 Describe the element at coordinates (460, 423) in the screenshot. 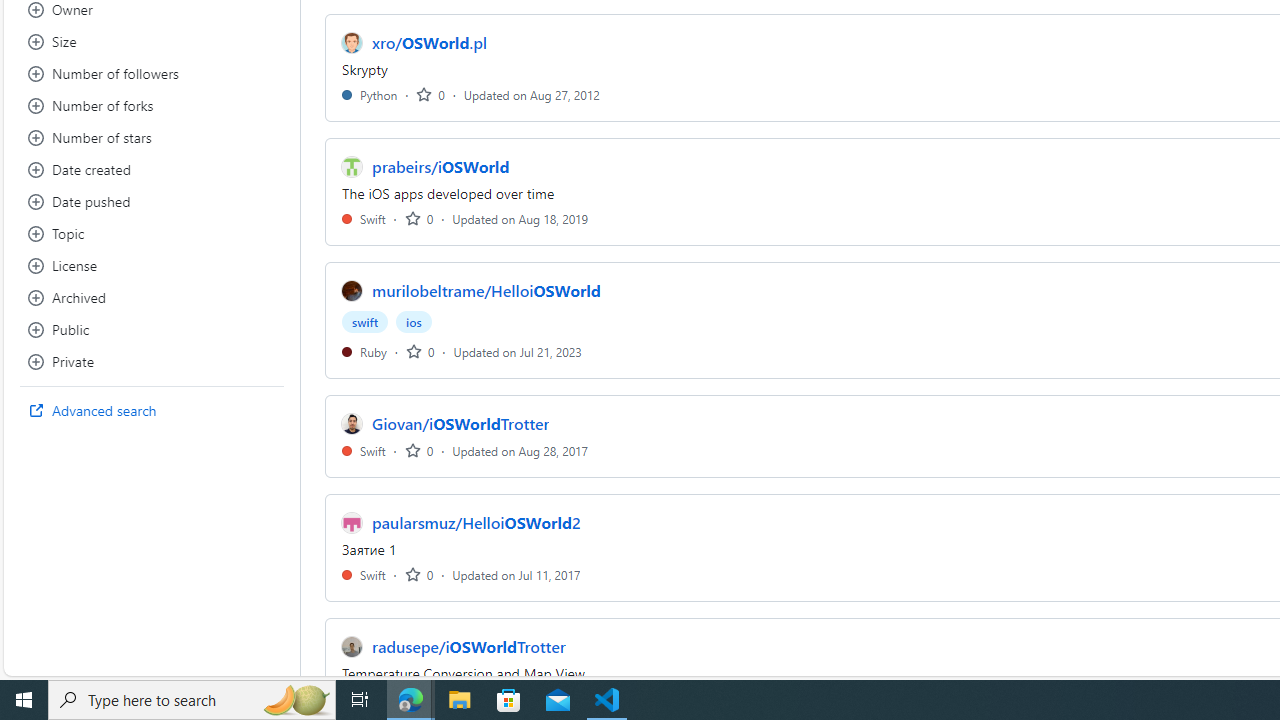

I see `'Giovan/iOSWorldTrotter'` at that location.